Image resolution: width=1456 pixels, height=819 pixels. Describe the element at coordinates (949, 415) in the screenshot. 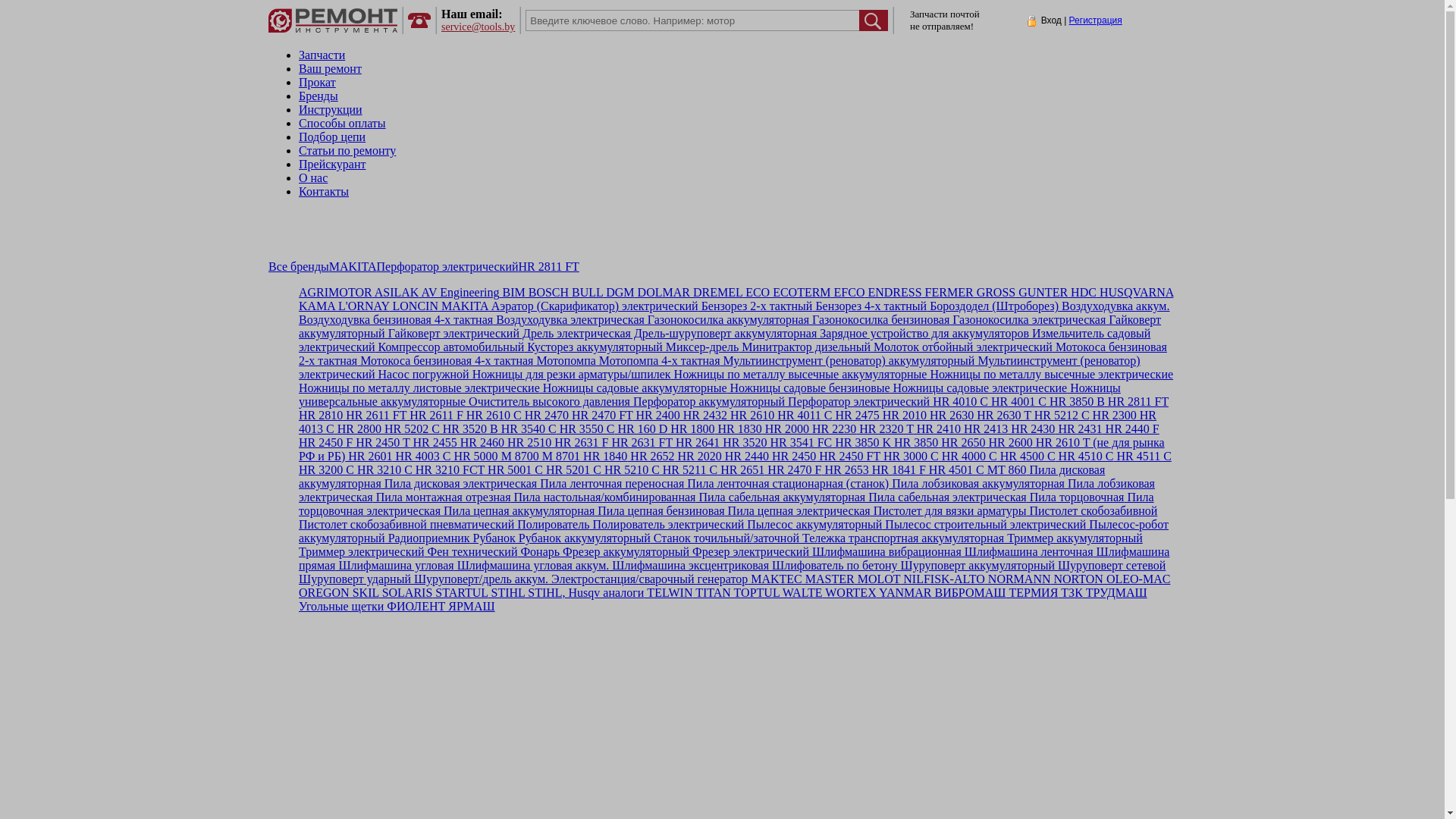

I see `'HR 2630'` at that location.